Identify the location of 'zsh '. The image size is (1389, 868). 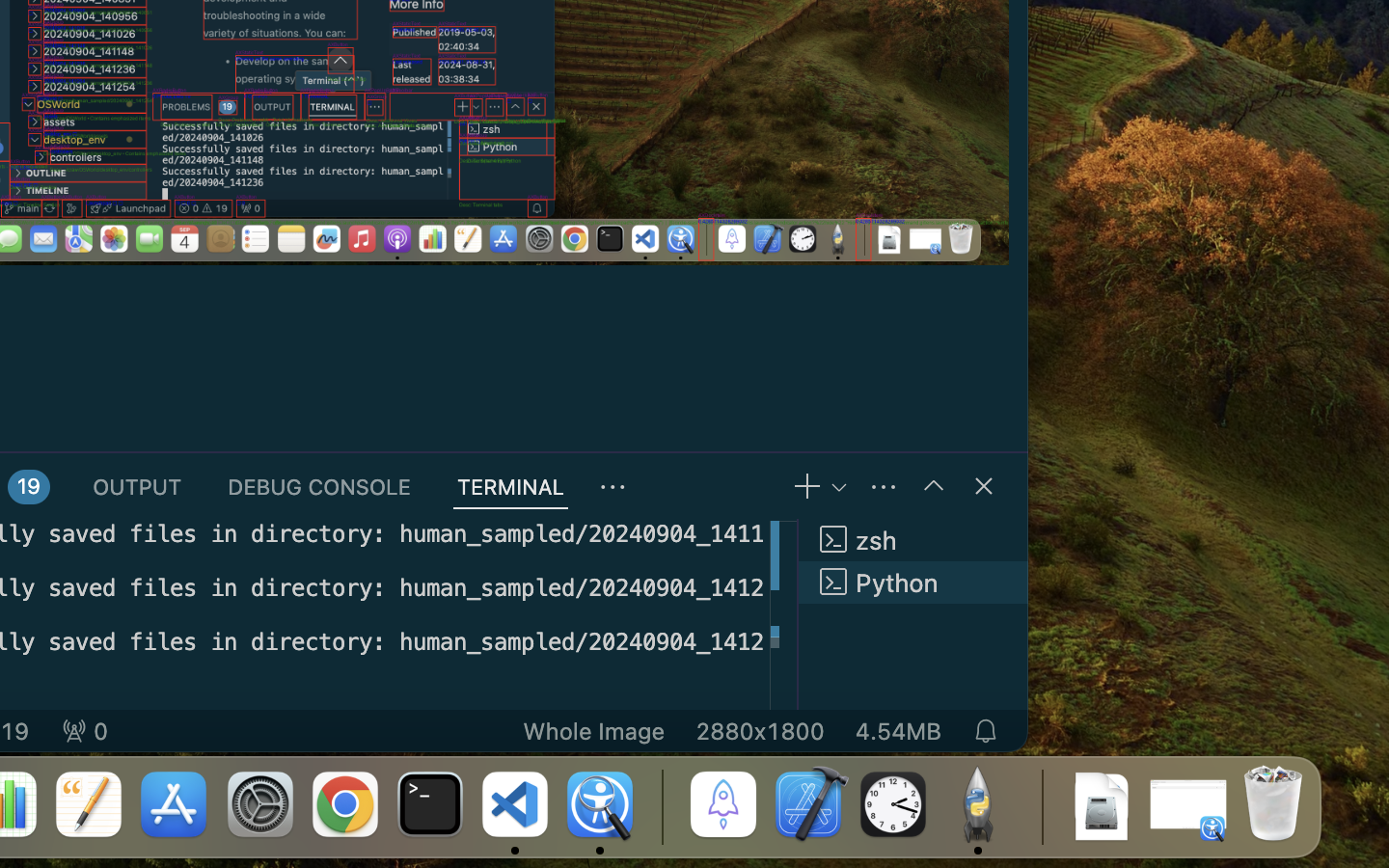
(912, 538).